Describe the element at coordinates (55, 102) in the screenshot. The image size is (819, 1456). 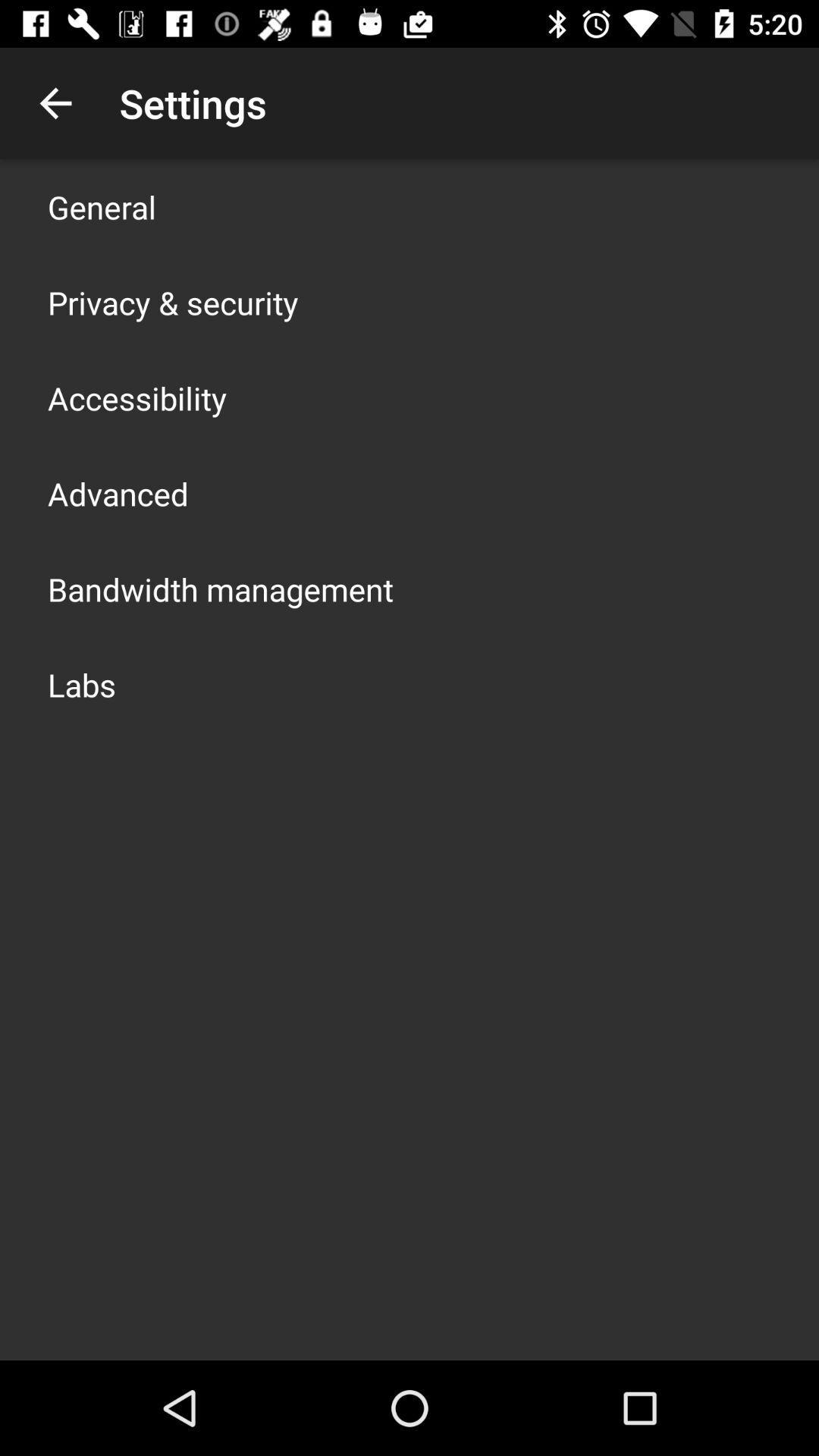
I see `item to the left of the settings item` at that location.